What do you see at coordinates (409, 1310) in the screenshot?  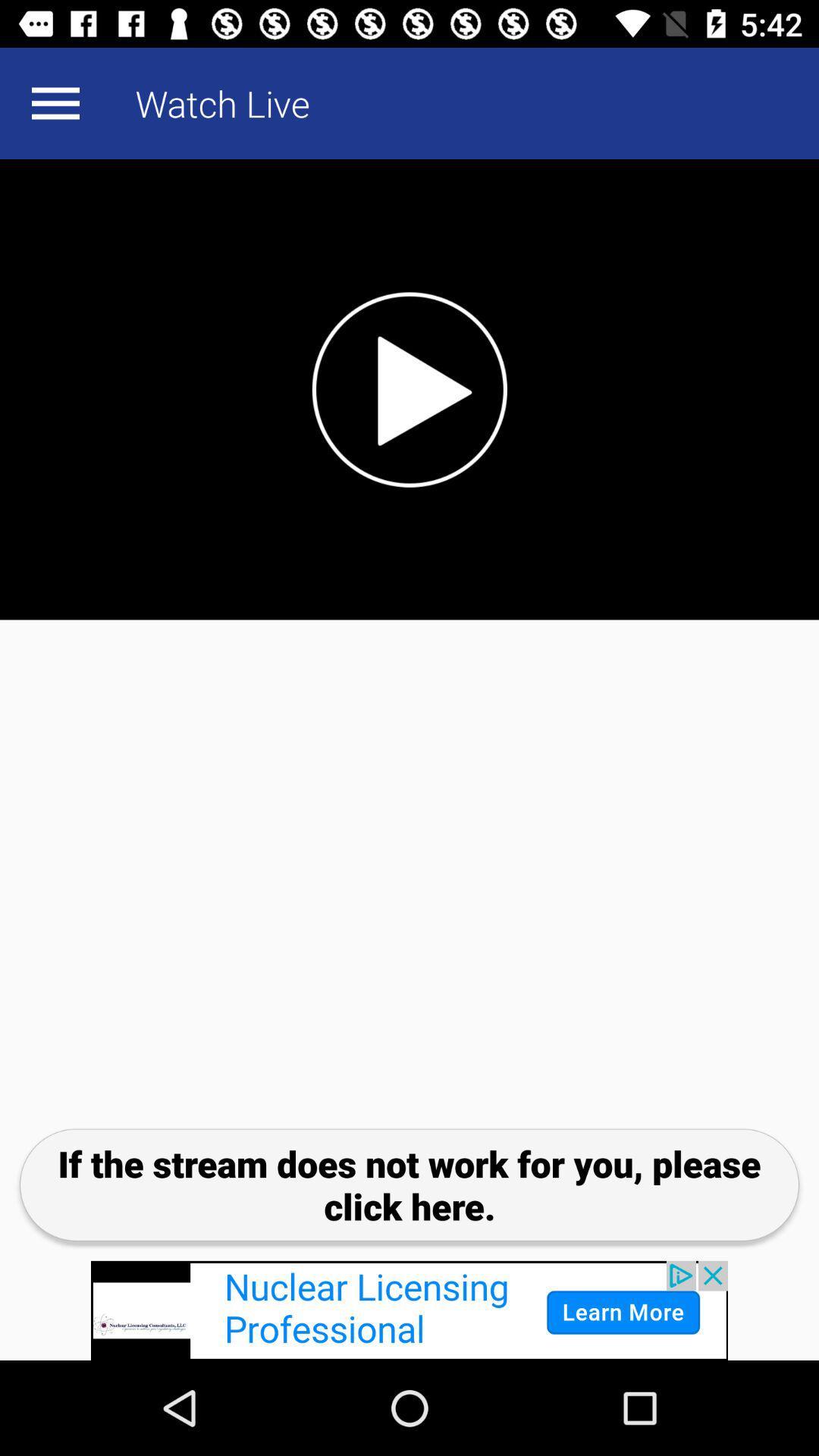 I see `advertisement` at bounding box center [409, 1310].